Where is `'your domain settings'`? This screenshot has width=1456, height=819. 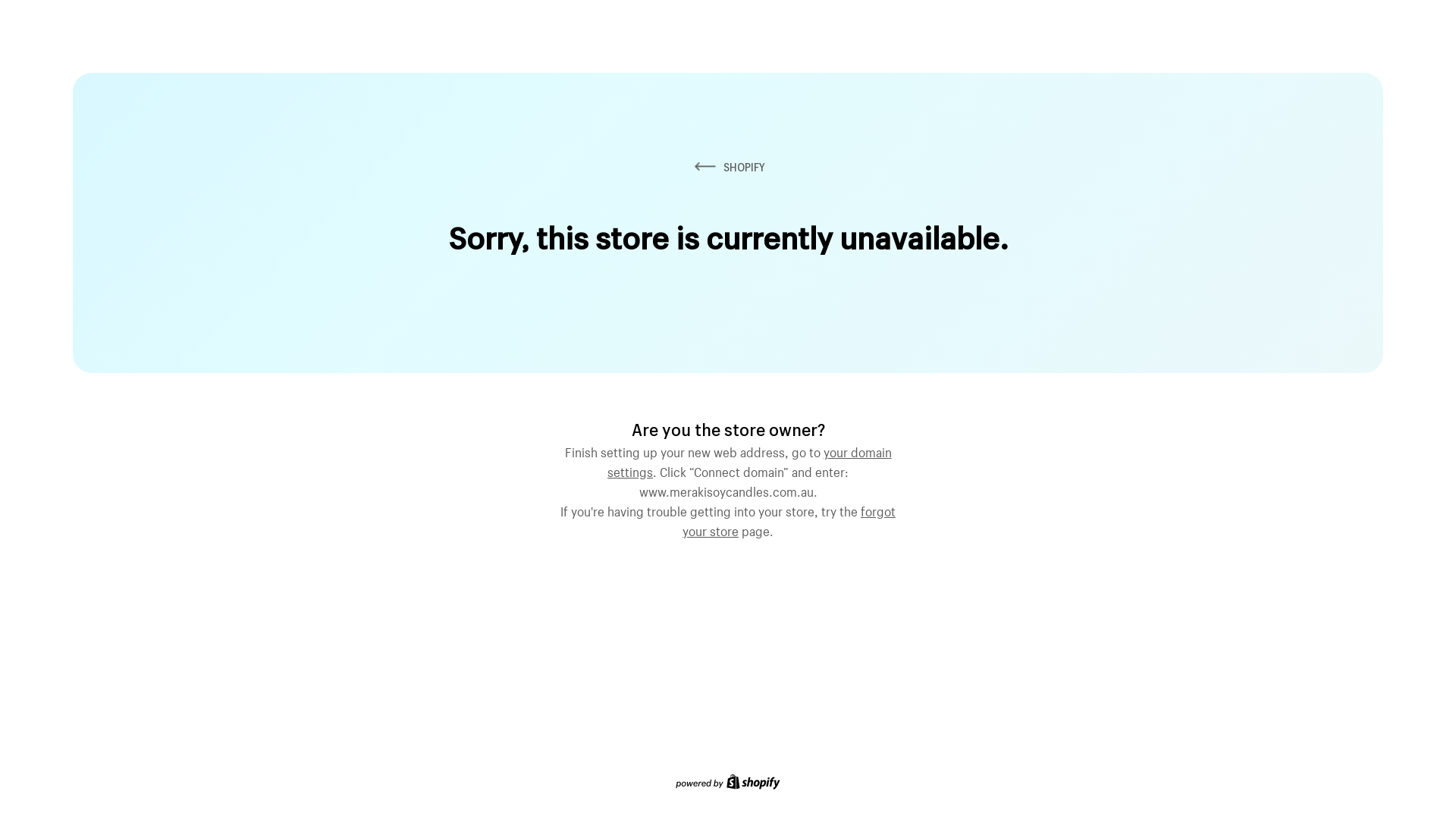 'your domain settings' is located at coordinates (749, 459).